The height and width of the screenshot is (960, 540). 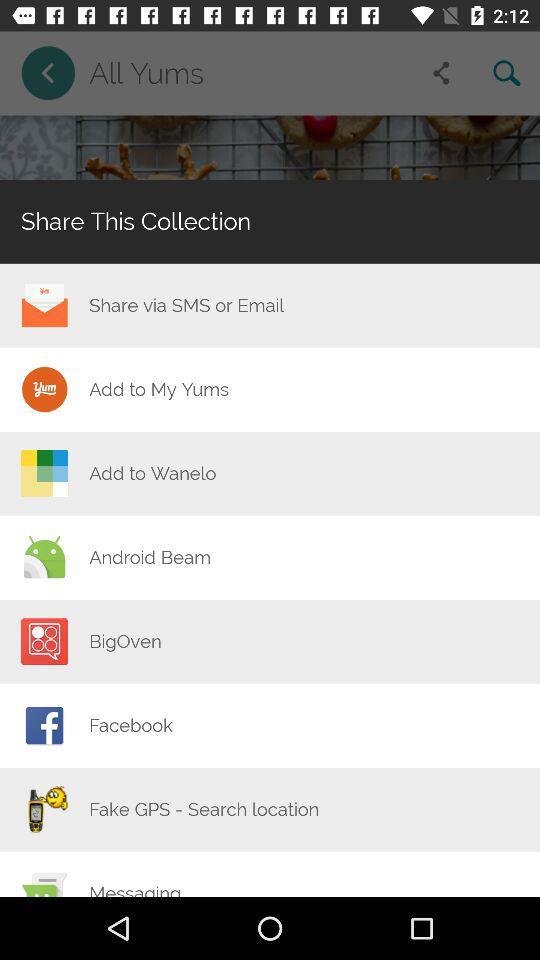 What do you see at coordinates (149, 557) in the screenshot?
I see `the item above the bigoven` at bounding box center [149, 557].